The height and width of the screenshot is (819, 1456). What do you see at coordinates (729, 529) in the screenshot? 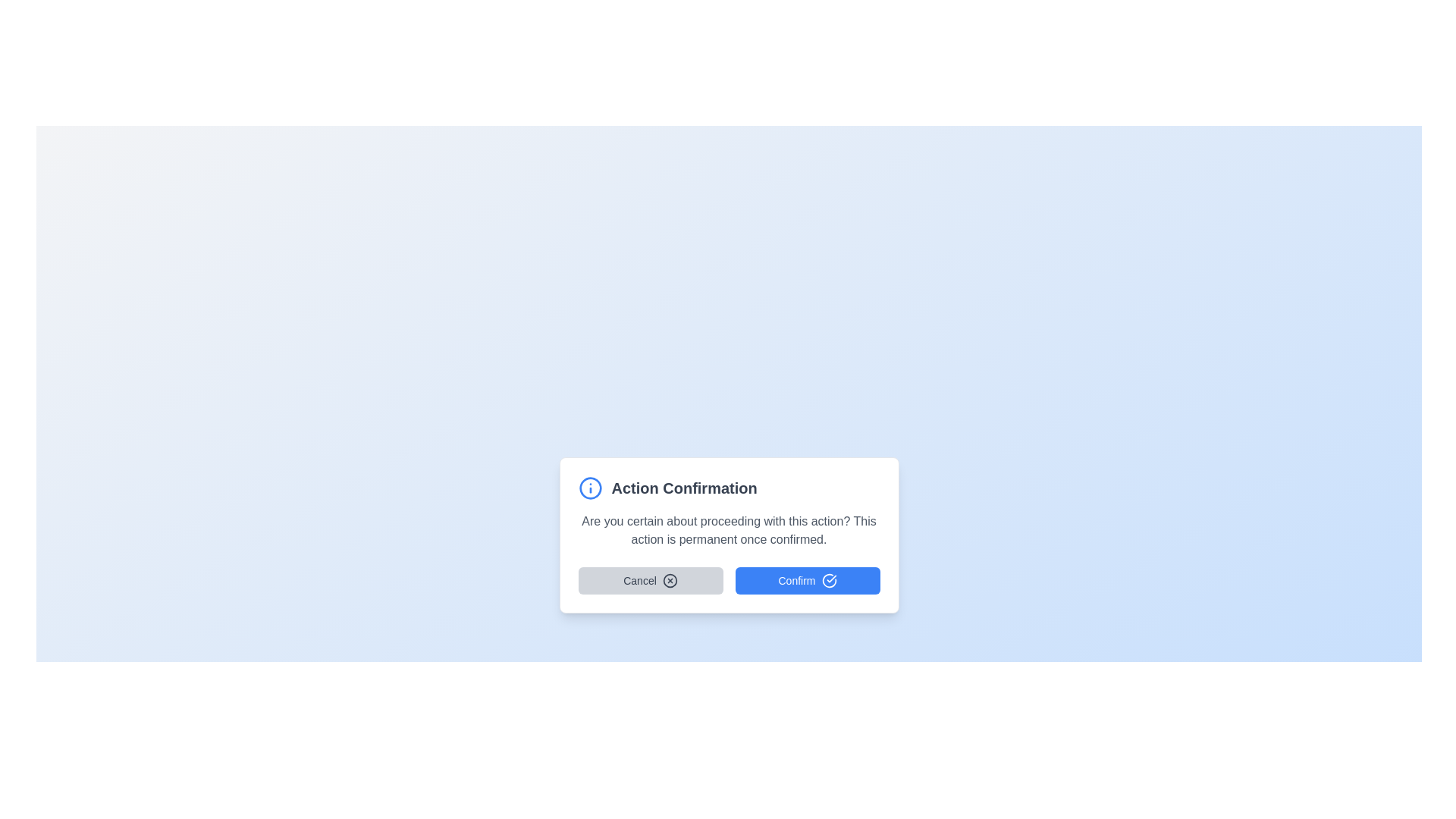
I see `confirmation message text label located below the 'Action Confirmation' heading and above the 'Cancel' and 'Confirm' buttons in the confirmation dialog box` at bounding box center [729, 529].